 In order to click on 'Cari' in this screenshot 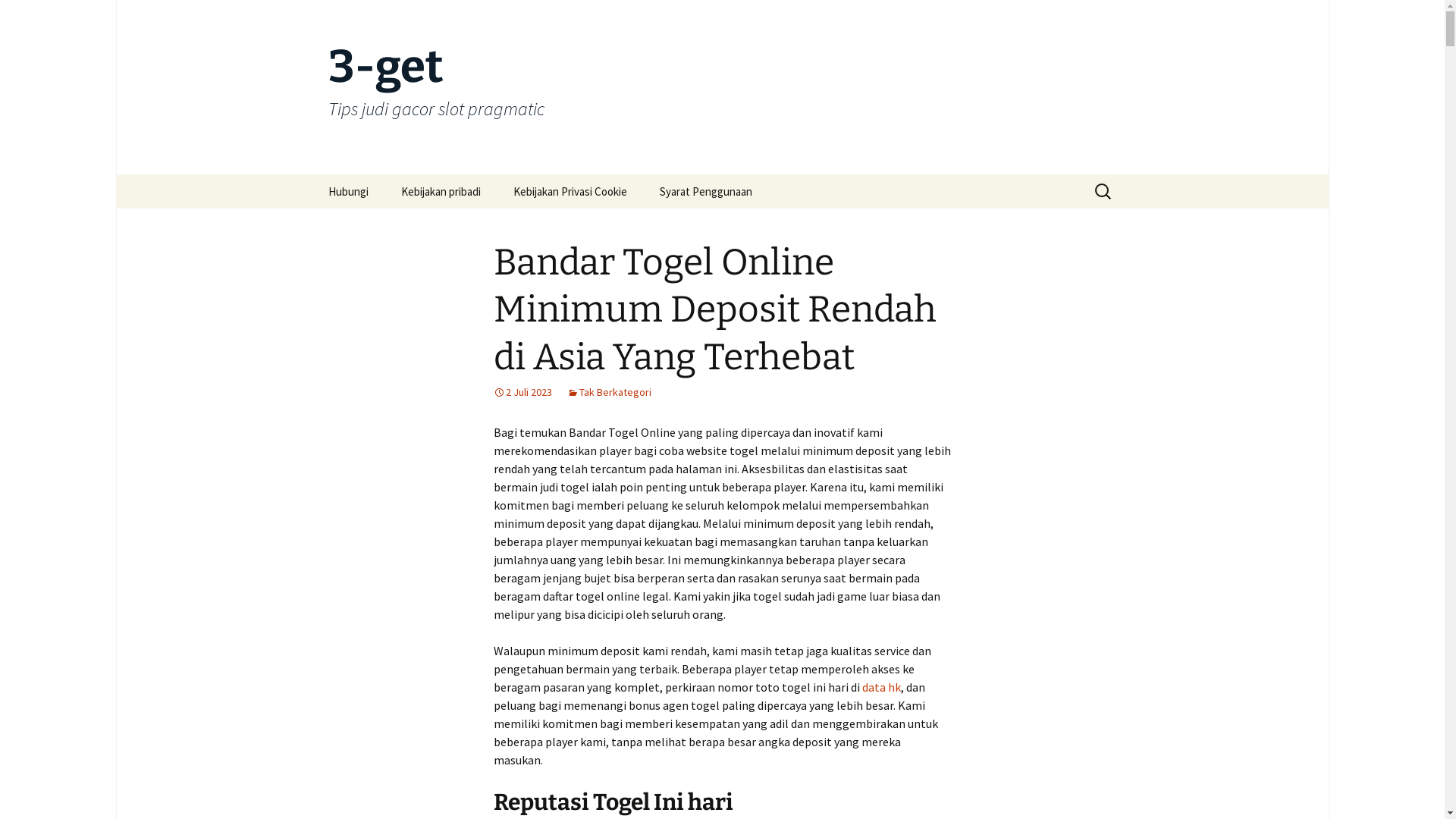, I will do `click(27, 15)`.